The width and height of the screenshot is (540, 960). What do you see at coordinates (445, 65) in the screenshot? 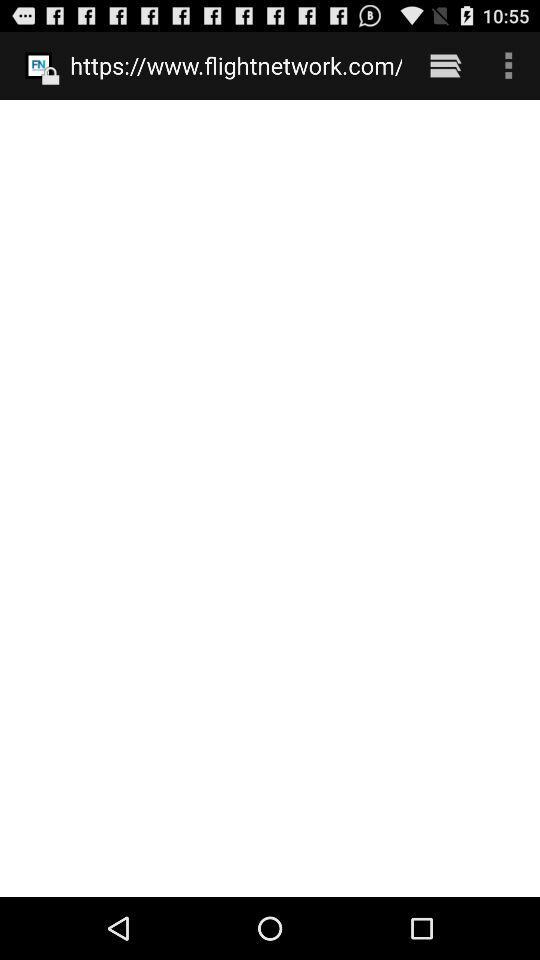
I see `icon to the right of the https www flightnetwork item` at bounding box center [445, 65].